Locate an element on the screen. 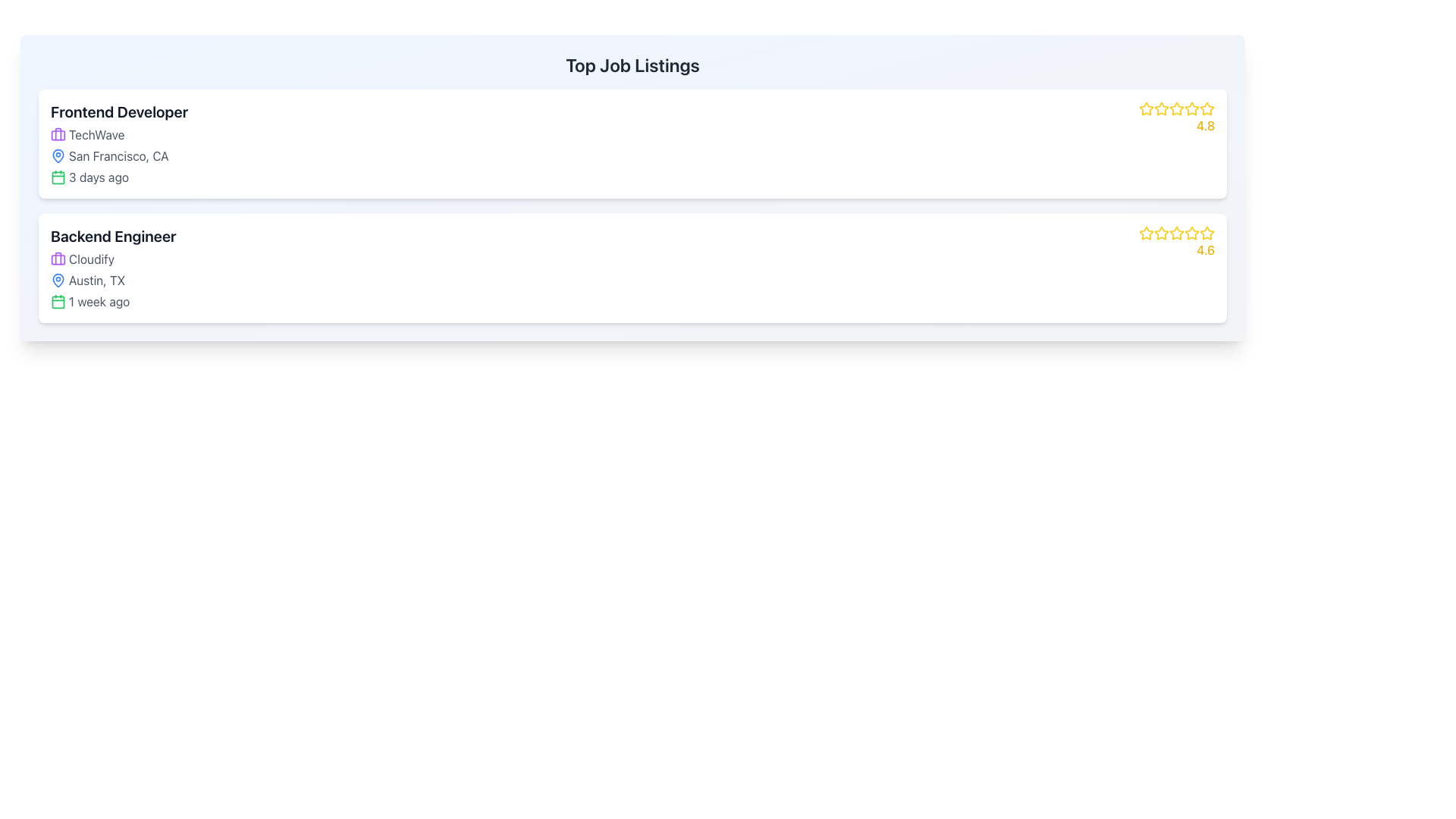 The image size is (1456, 819). the calendar icon with a green outline located to the left of the text '1 week ago' is located at coordinates (58, 301).